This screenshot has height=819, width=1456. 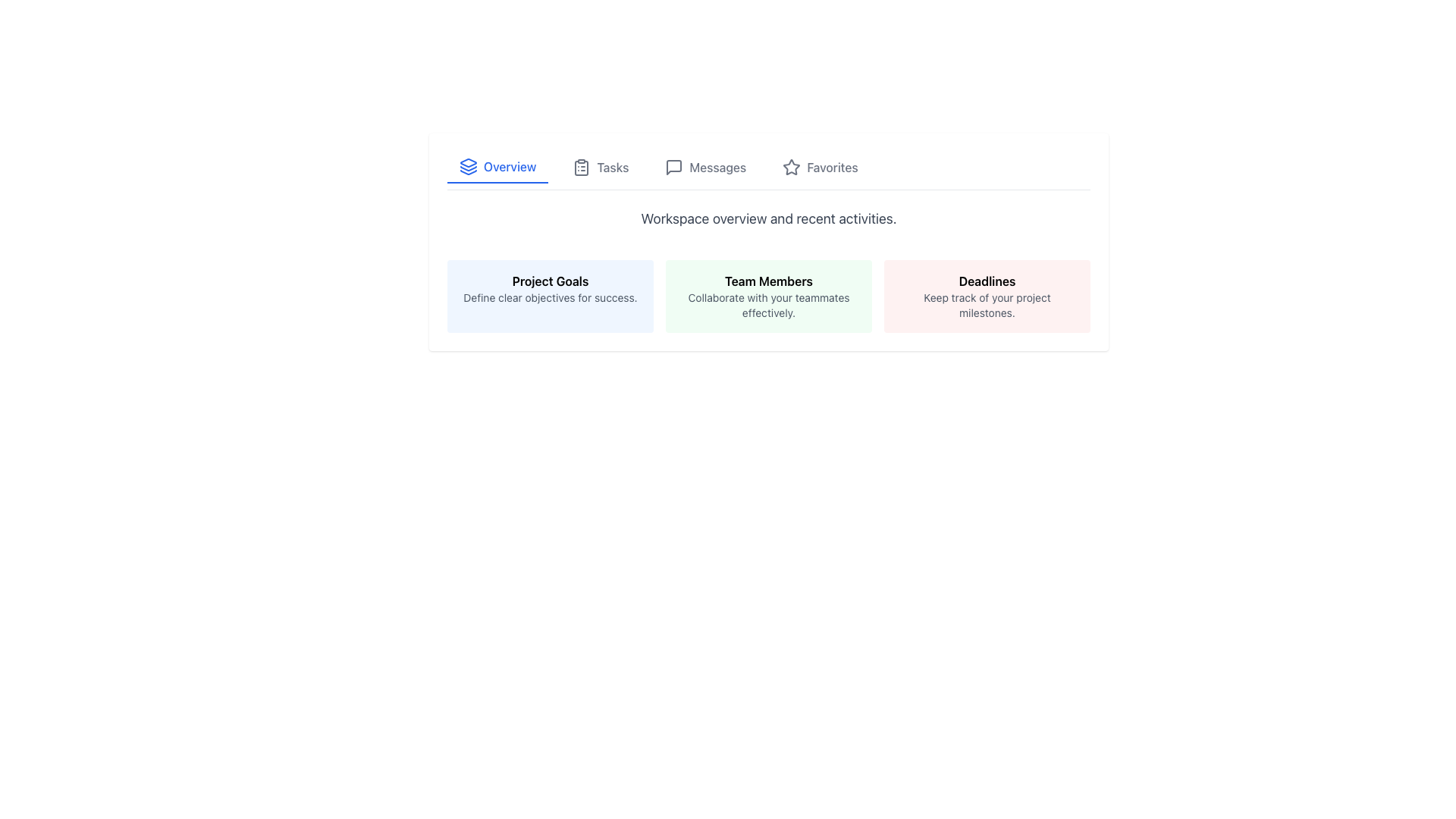 I want to click on the star-shaped icon with a hollow center, styled with a gray outline, located to the left of the 'Favorites' text in the top navigation bar, so click(x=791, y=167).